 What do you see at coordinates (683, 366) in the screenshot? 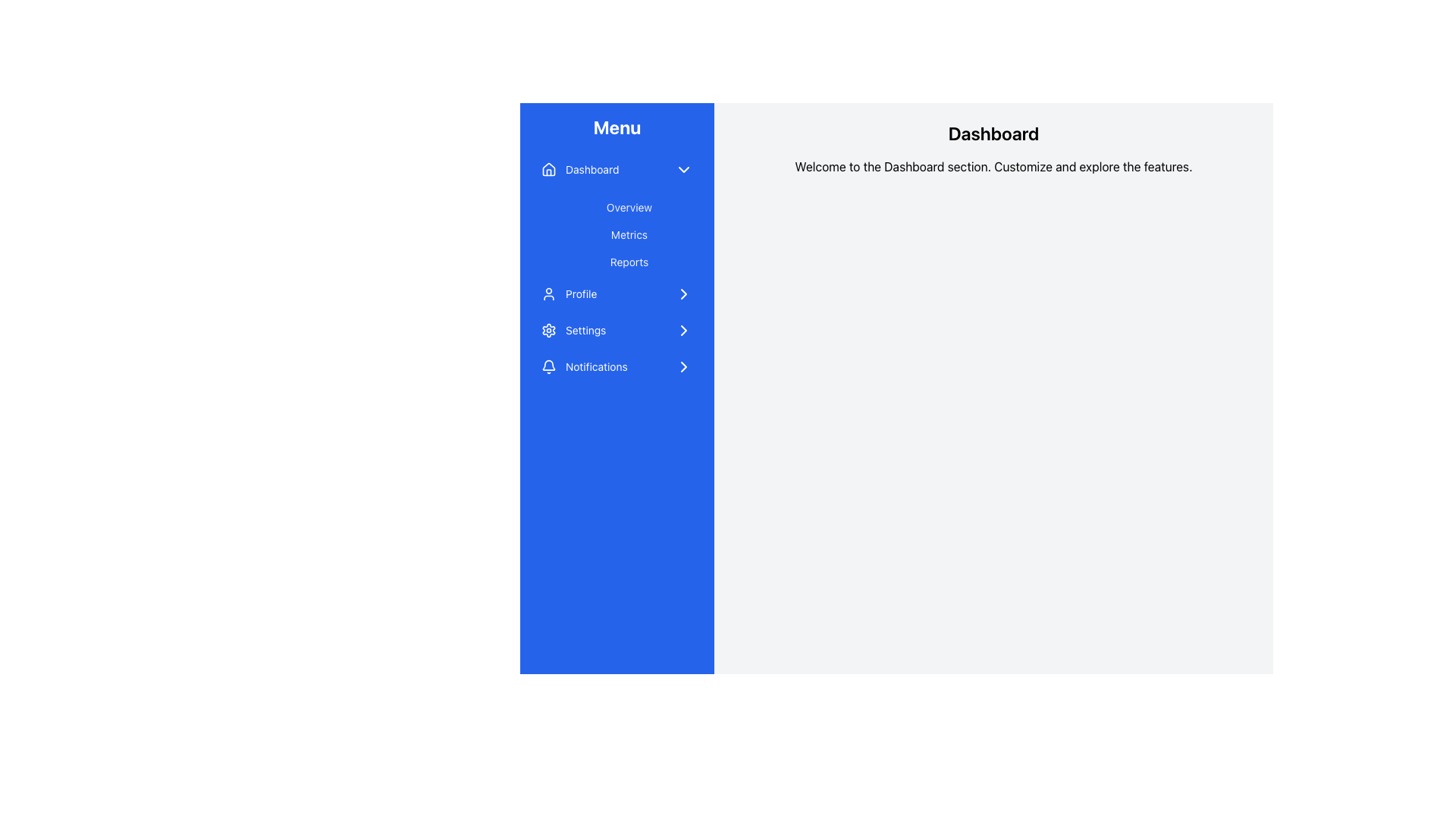
I see `the right-facing chevron arrow icon located to the right of the Notifications text label in the application's side menu` at bounding box center [683, 366].